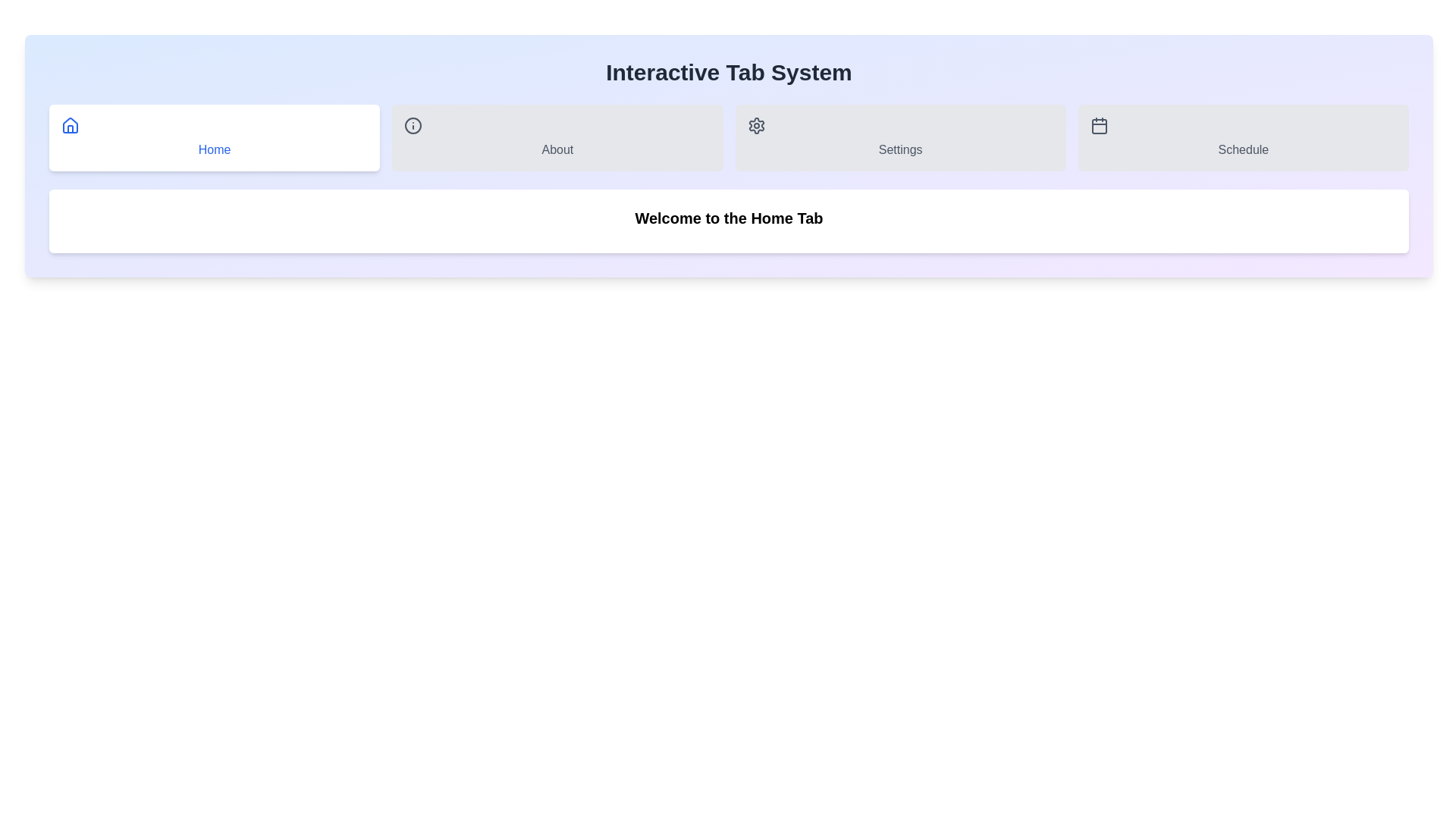 The width and height of the screenshot is (1456, 819). Describe the element at coordinates (556, 137) in the screenshot. I see `the About tab by clicking its respective button` at that location.